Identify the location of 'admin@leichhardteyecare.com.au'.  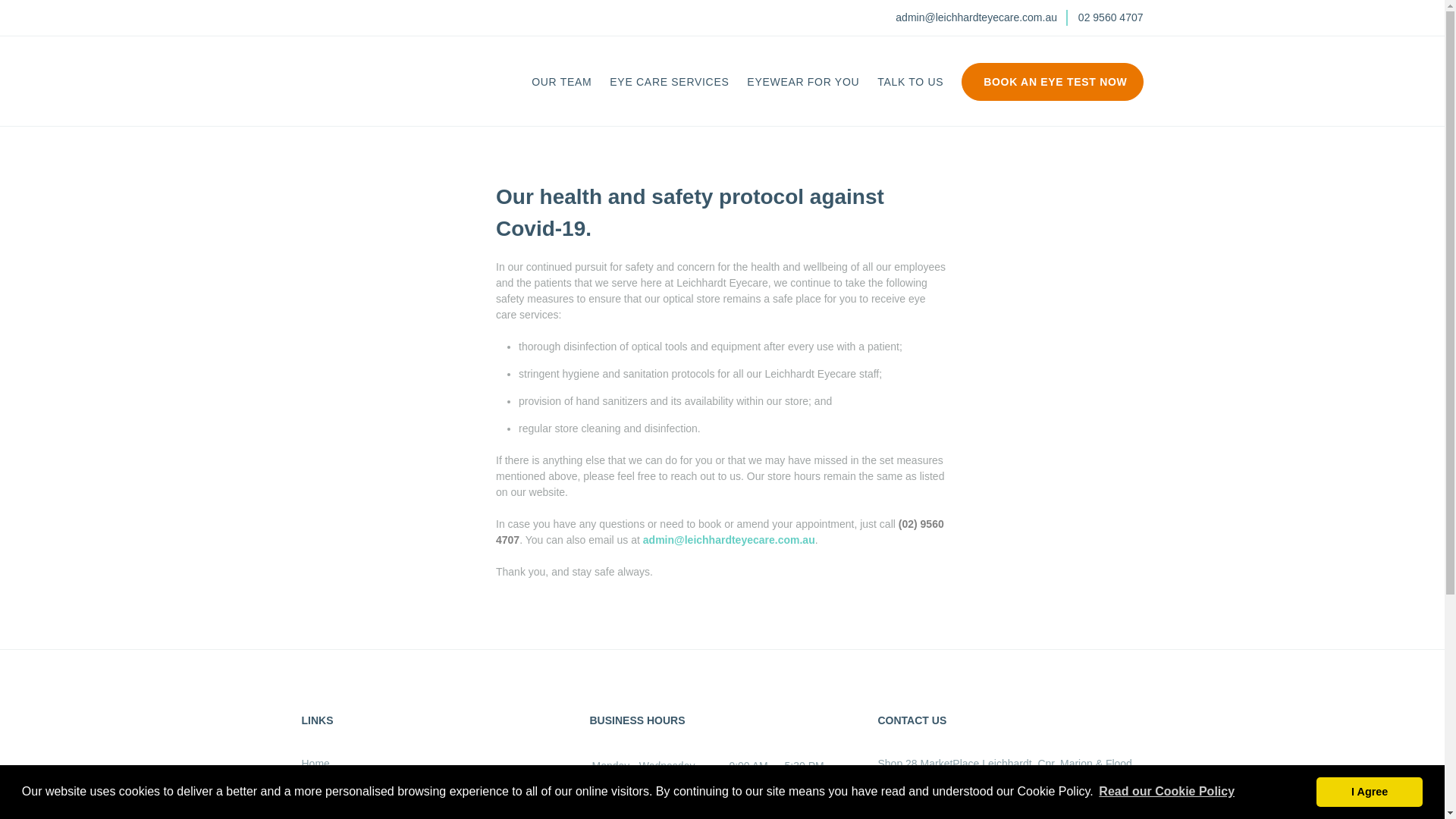
(729, 539).